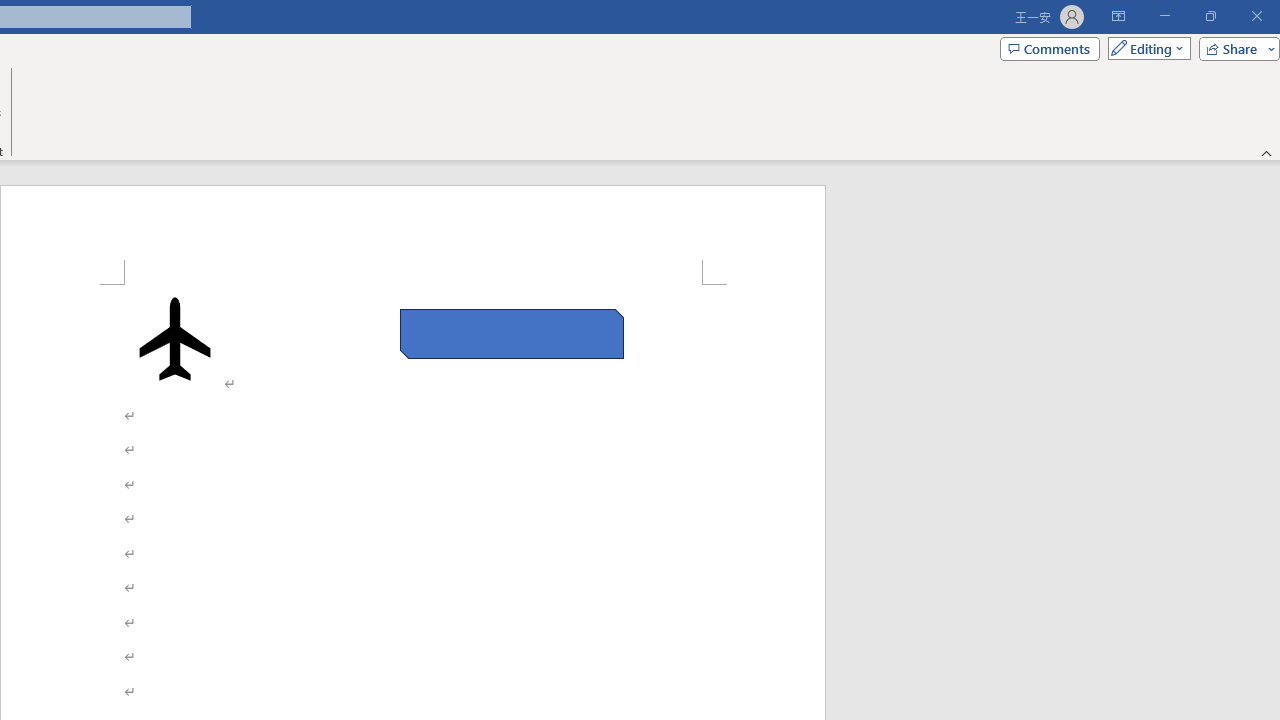 This screenshot has height=720, width=1280. What do you see at coordinates (1164, 16) in the screenshot?
I see `'Minimize'` at bounding box center [1164, 16].